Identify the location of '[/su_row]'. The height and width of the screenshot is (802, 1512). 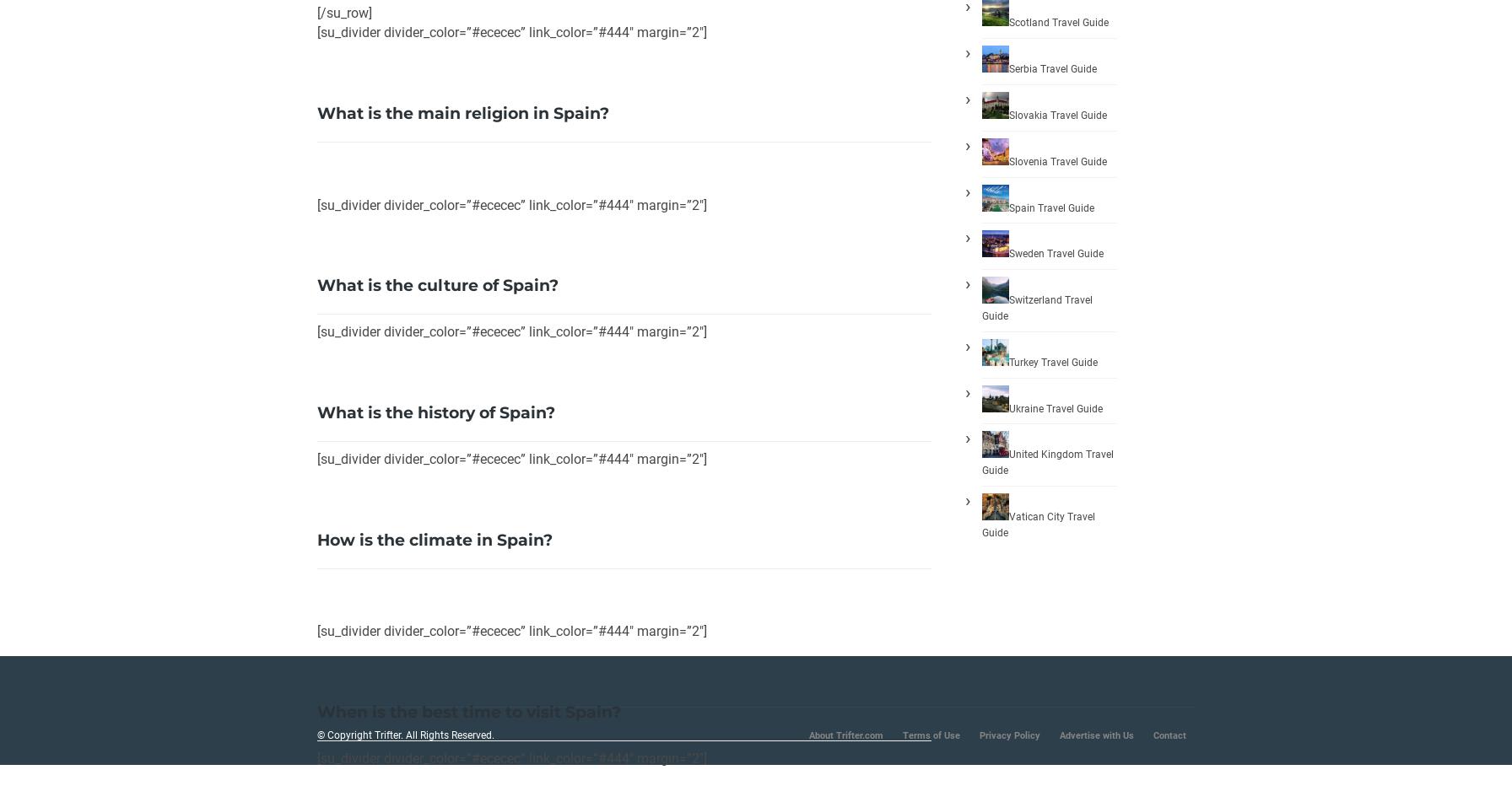
(344, 13).